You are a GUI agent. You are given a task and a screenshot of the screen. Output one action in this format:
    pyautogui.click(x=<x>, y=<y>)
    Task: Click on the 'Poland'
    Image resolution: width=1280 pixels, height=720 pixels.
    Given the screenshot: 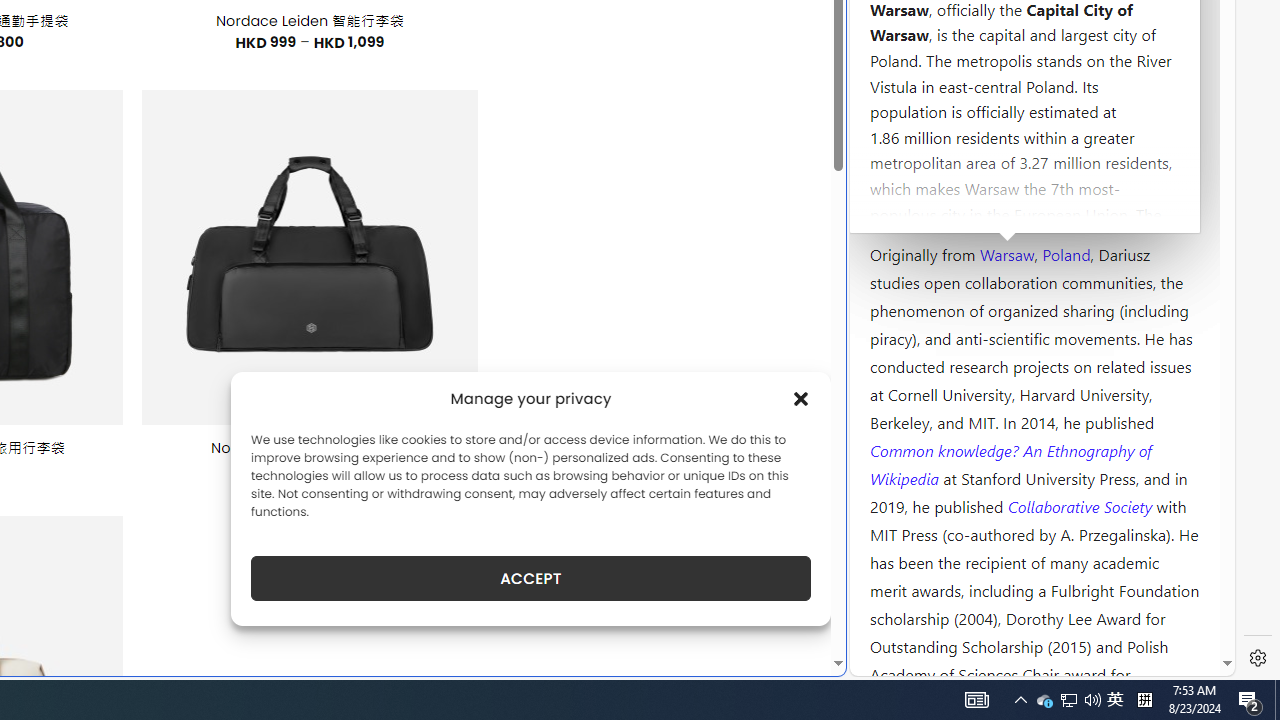 What is the action you would take?
    pyautogui.click(x=1065, y=252)
    